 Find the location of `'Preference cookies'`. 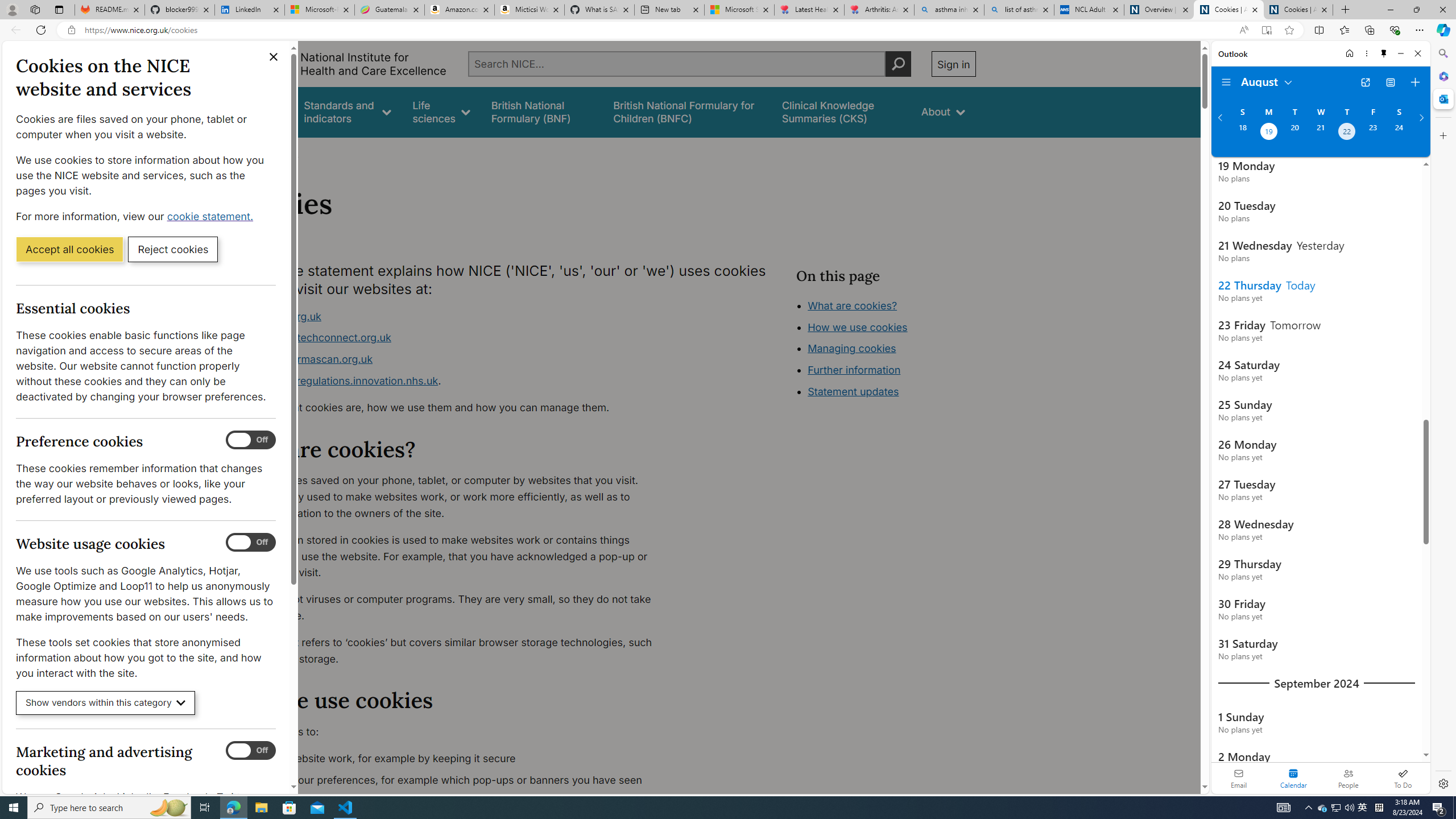

'Preference cookies' is located at coordinates (250, 440).